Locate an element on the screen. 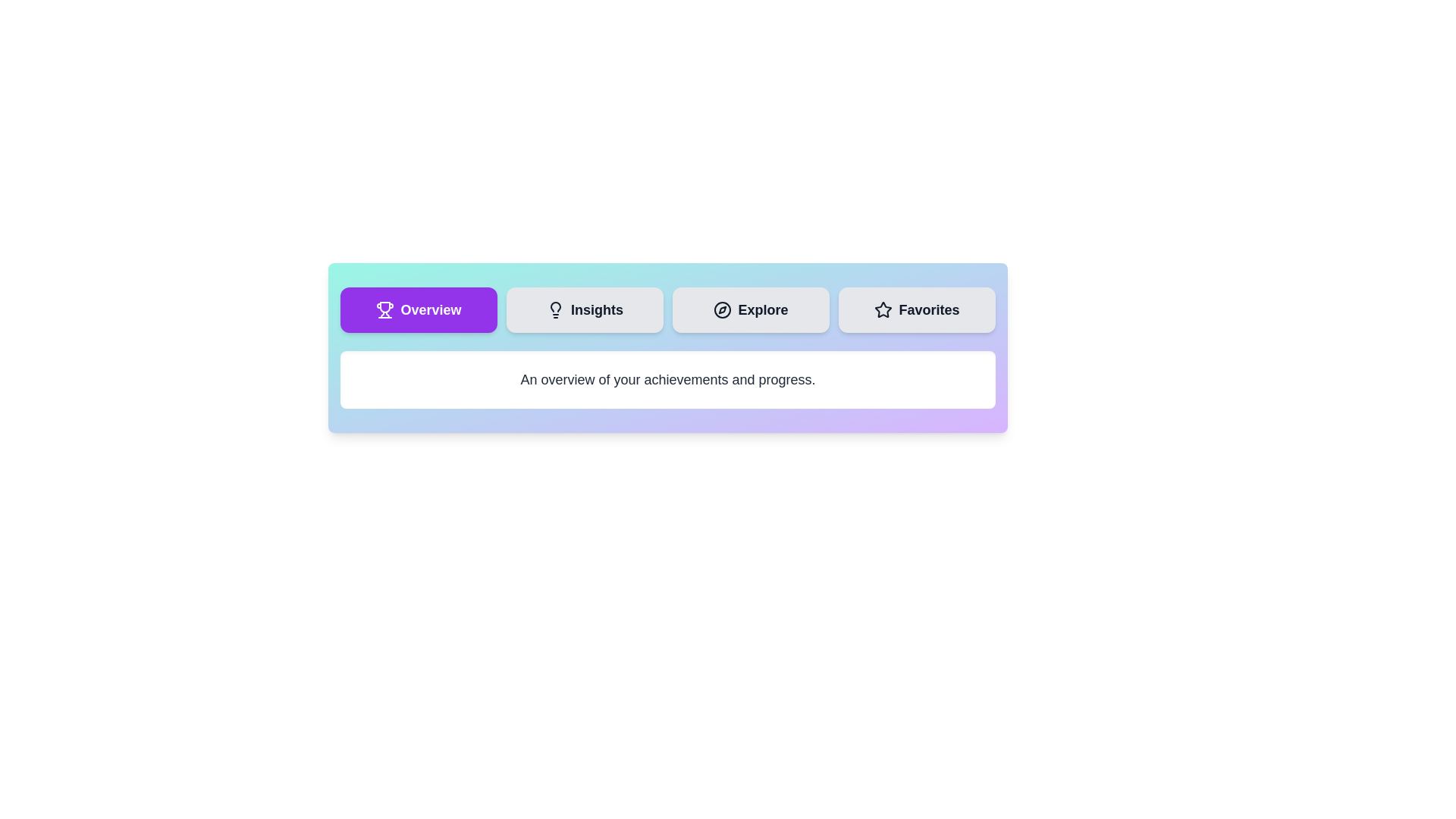  the Favorites tab to view its content is located at coordinates (916, 309).